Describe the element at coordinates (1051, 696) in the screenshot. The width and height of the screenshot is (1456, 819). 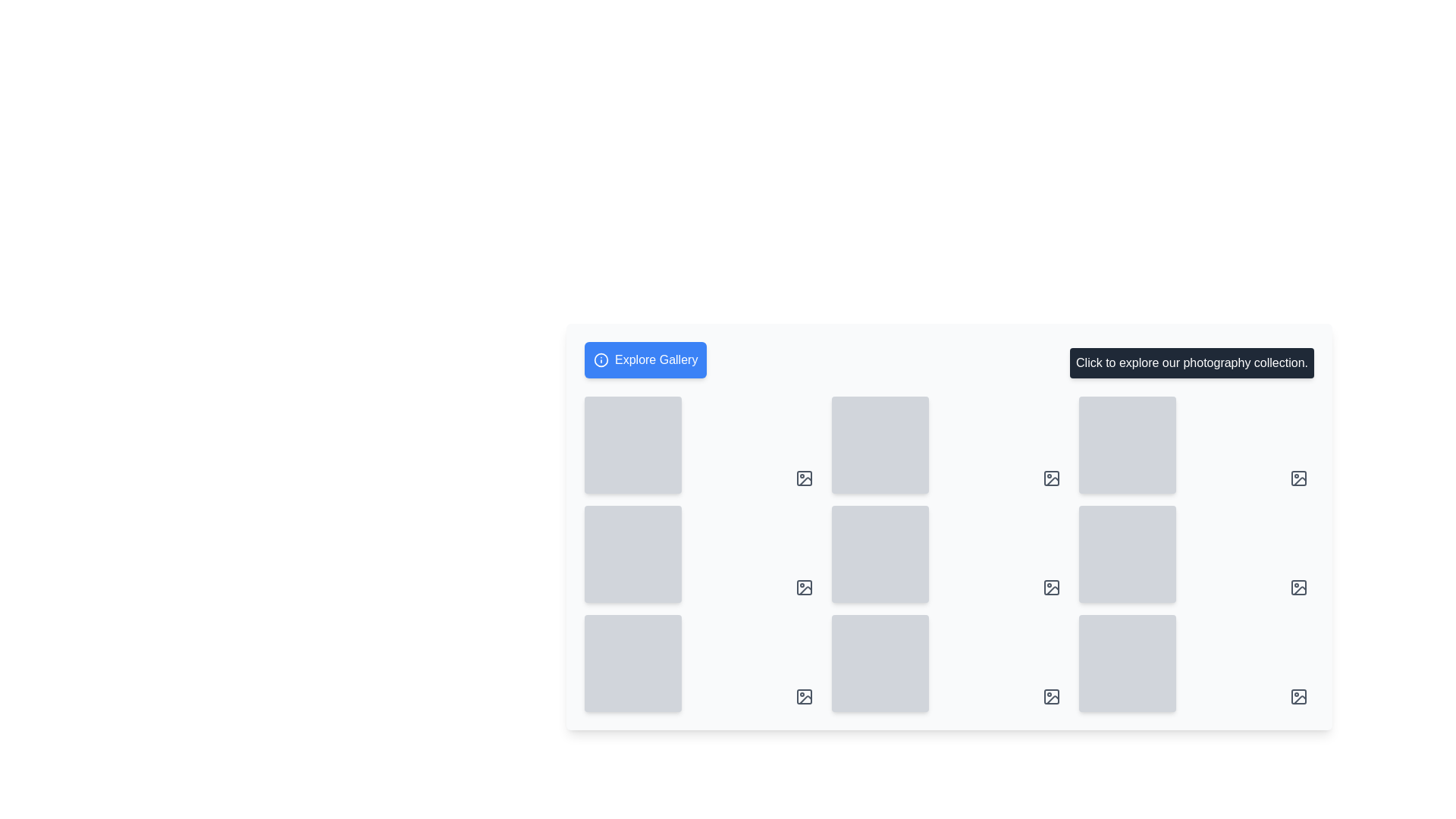
I see `the innermost rounded rectangle of the image icon located in the bottom right corner of the grid in the interactive gallery layout` at that location.